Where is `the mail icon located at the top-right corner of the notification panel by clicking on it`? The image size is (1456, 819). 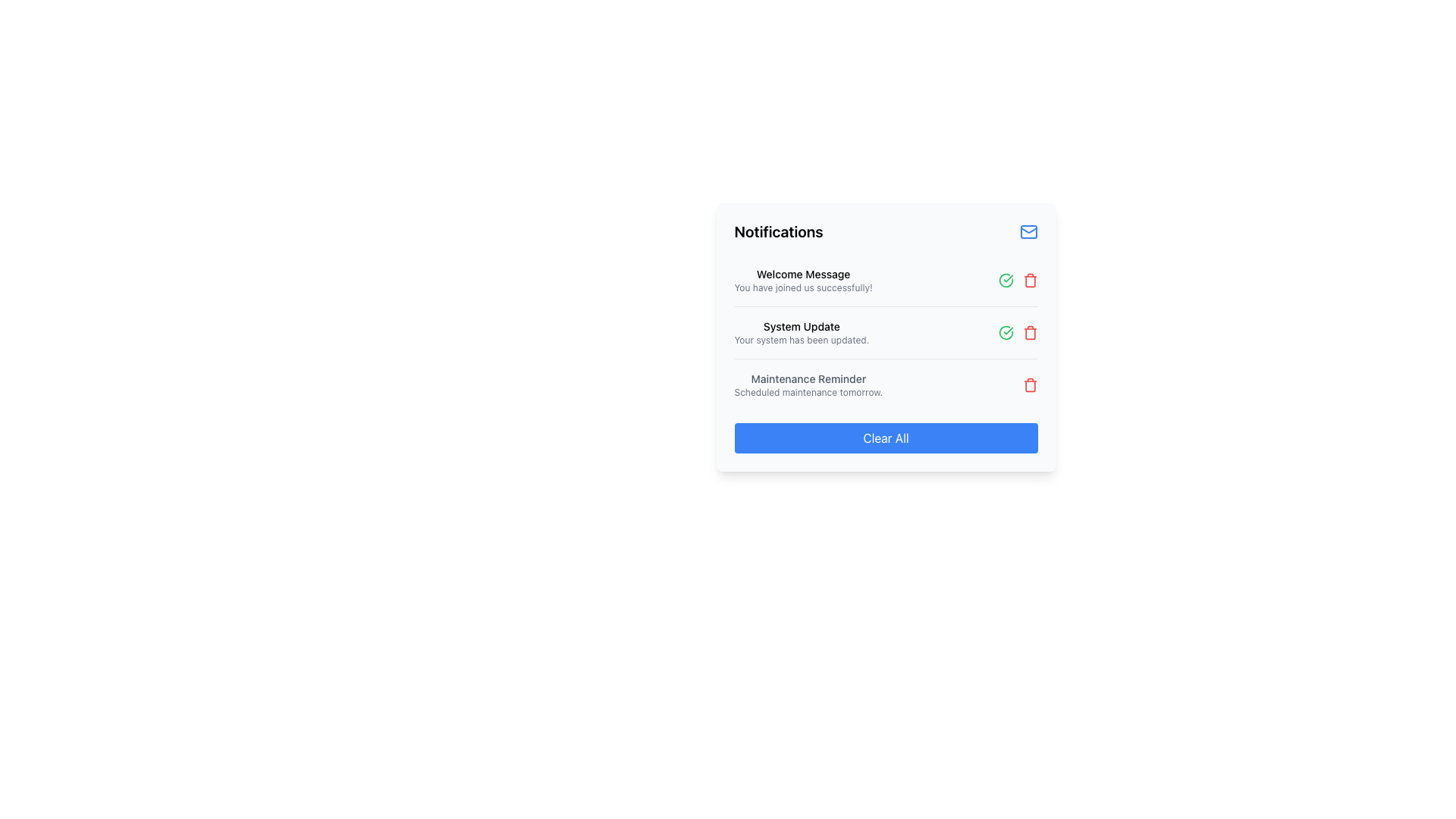 the mail icon located at the top-right corner of the notification panel by clicking on it is located at coordinates (1028, 231).